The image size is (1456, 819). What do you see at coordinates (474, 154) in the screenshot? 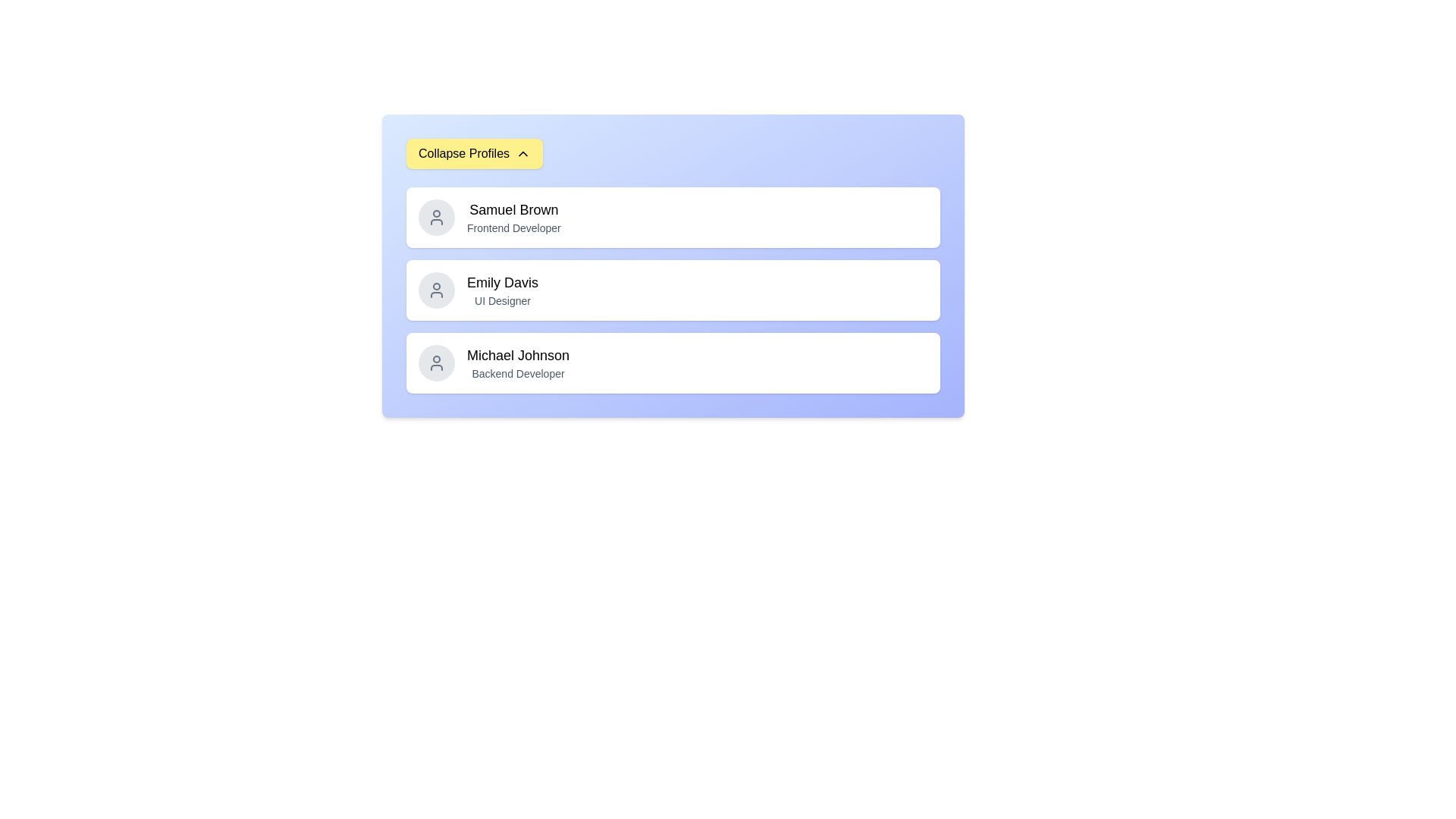
I see `the button at the top of the profile list` at bounding box center [474, 154].